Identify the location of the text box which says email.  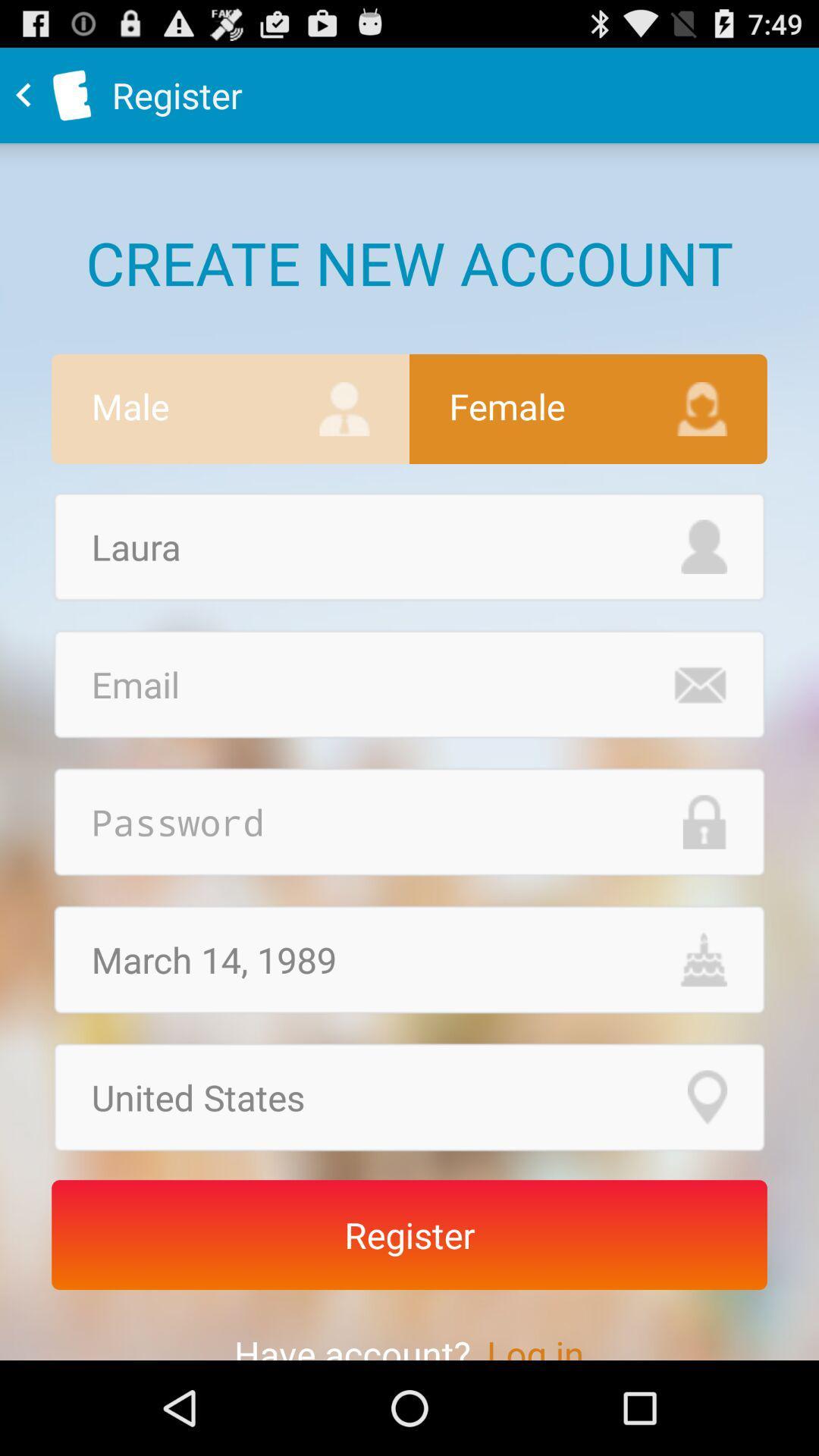
(409, 683).